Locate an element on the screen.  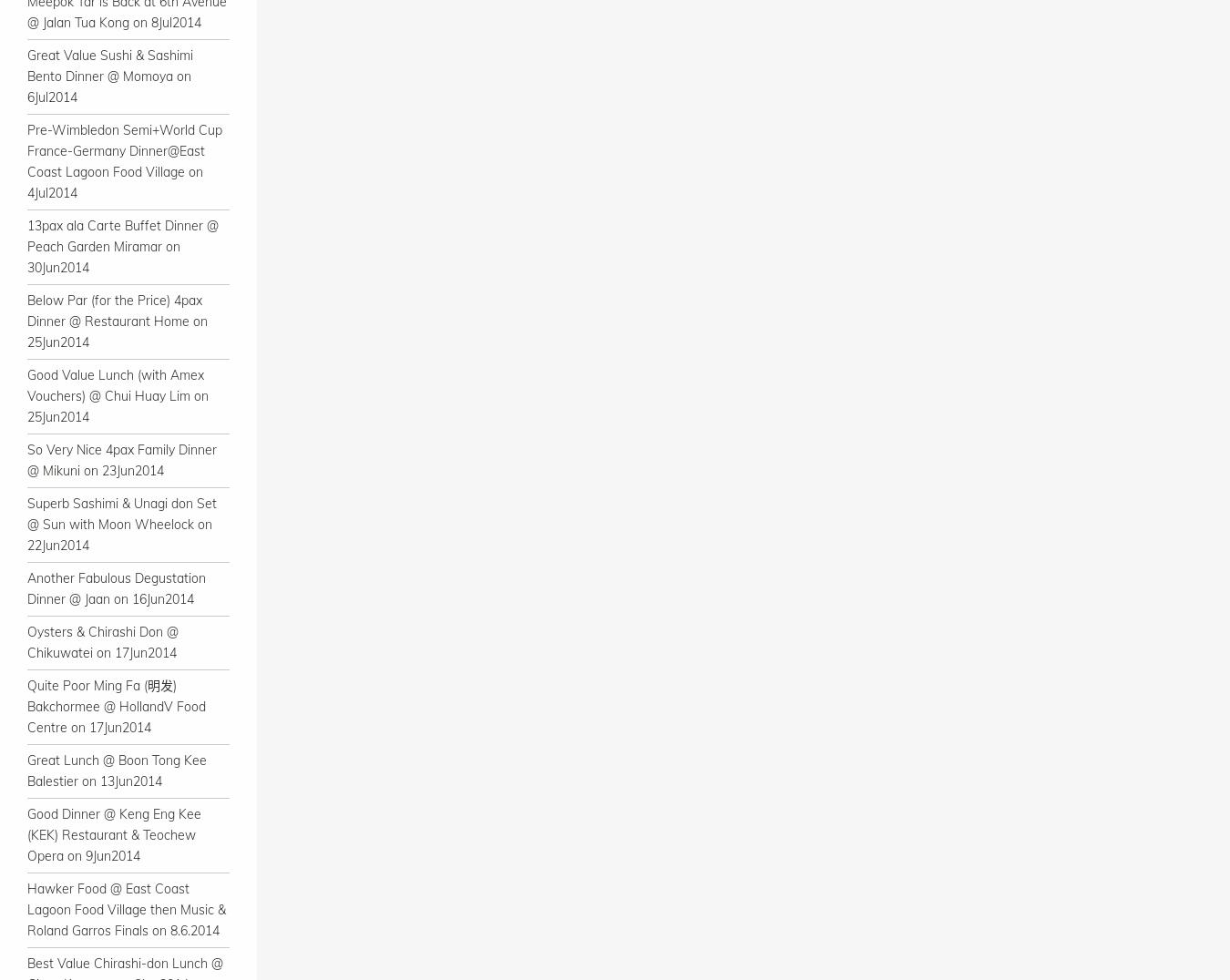
'Pre-Wimbledon Semi+World Cup France-Germany Dinner@East Coast Lagoon Food Village on 4Jul2014' is located at coordinates (125, 161).